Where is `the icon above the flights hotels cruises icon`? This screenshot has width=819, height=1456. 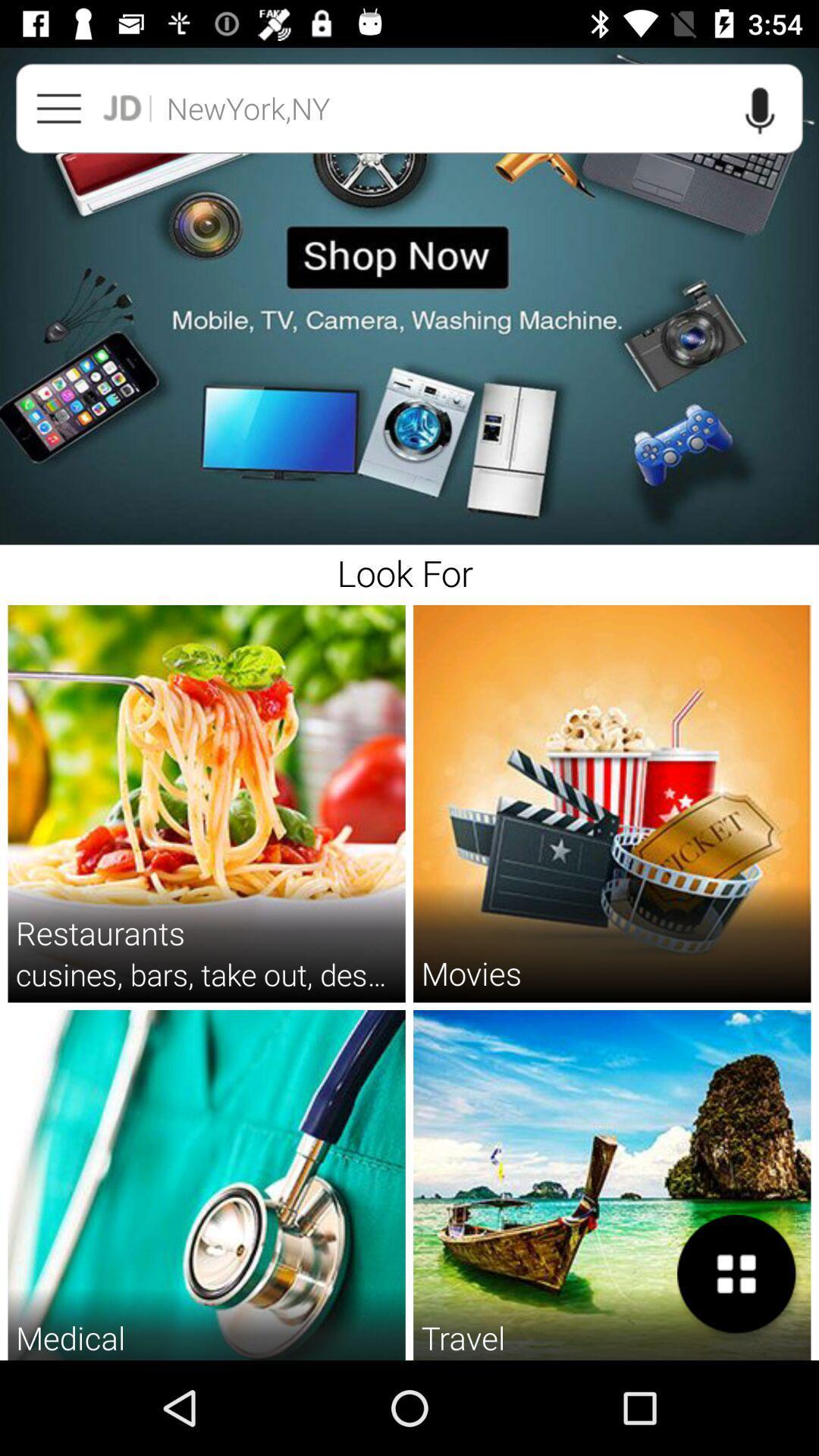
the icon above the flights hotels cruises icon is located at coordinates (736, 1274).